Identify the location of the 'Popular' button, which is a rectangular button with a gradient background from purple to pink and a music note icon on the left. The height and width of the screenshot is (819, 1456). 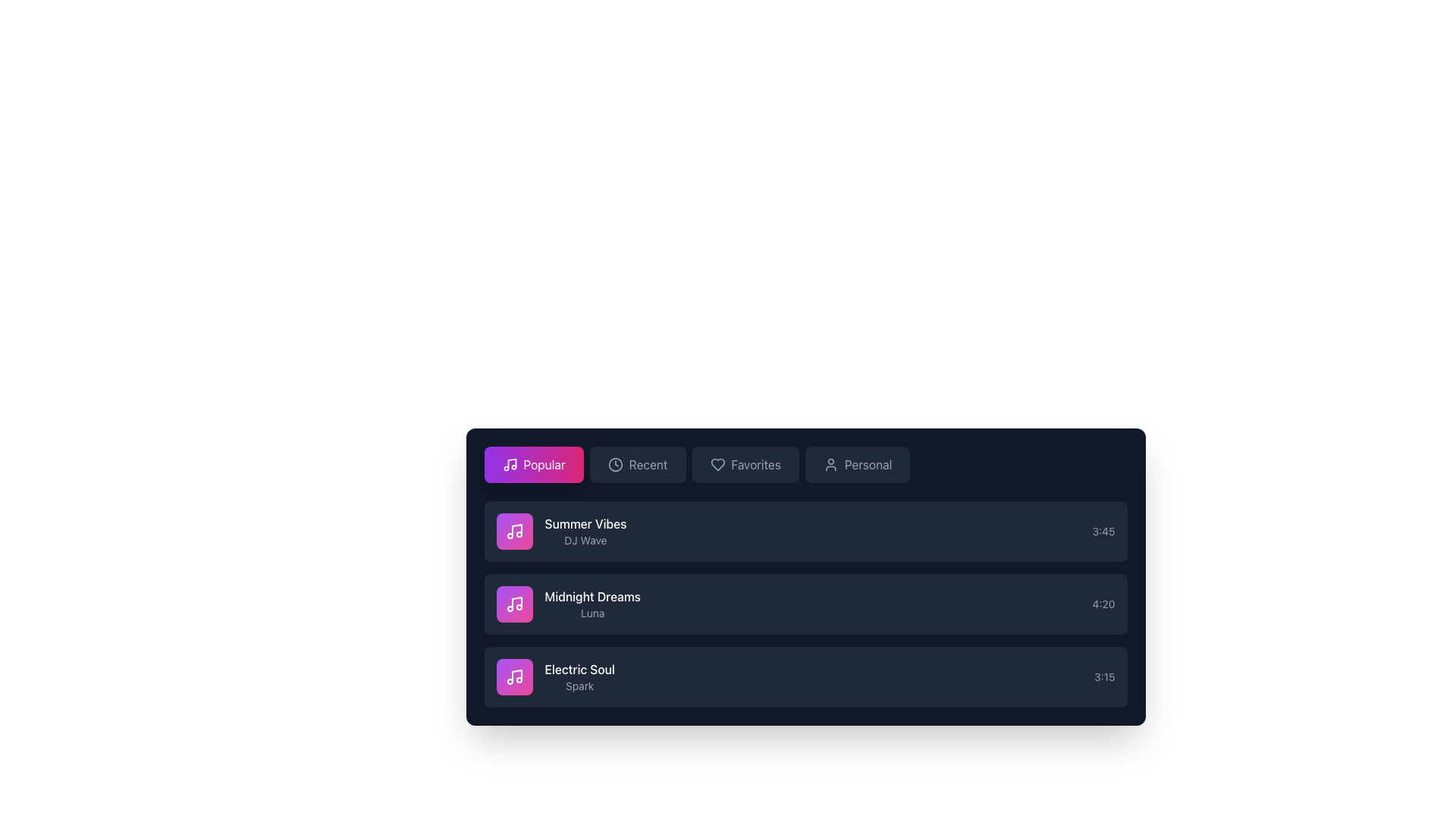
(534, 464).